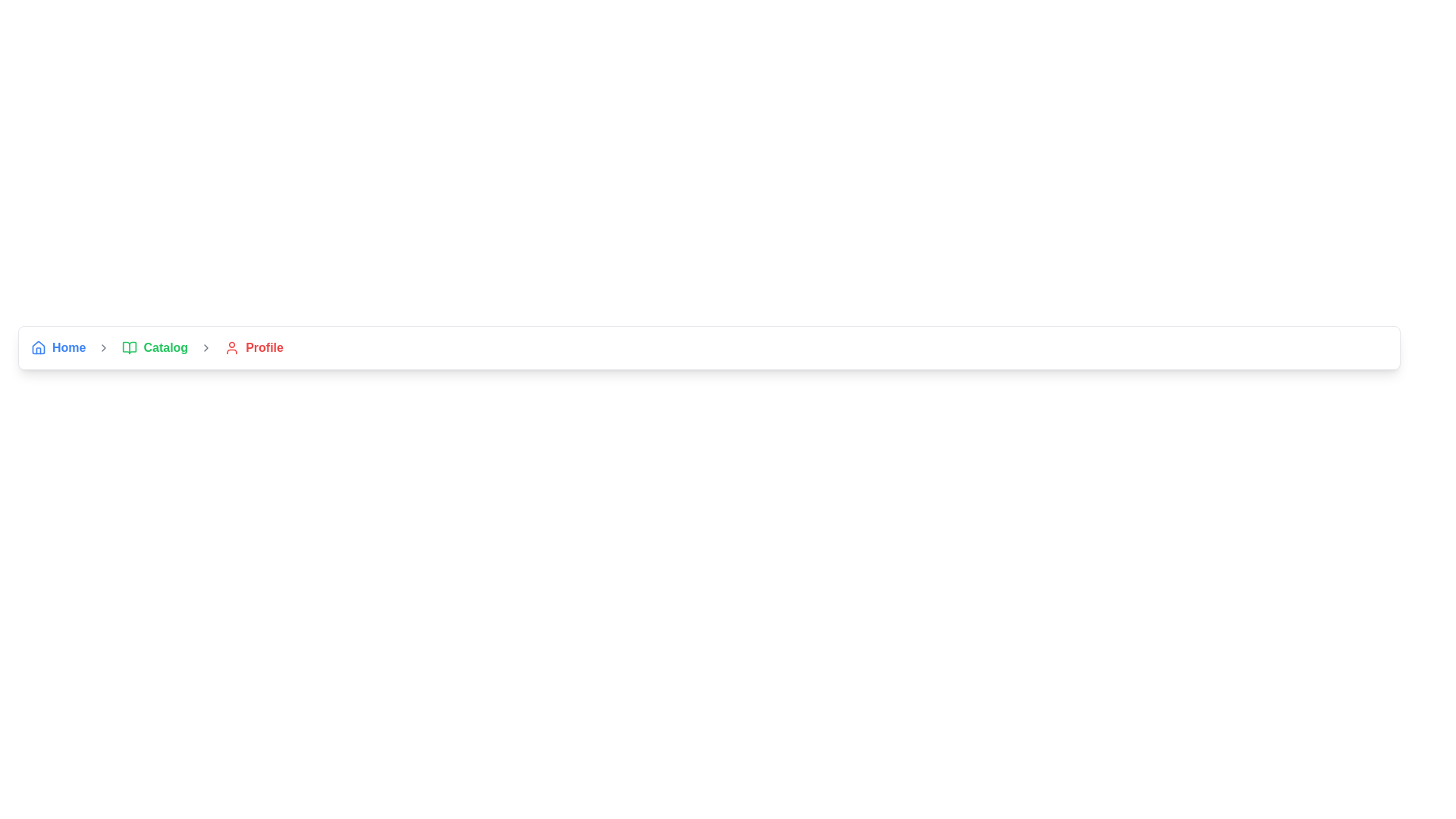 Image resolution: width=1456 pixels, height=819 pixels. What do you see at coordinates (68, 348) in the screenshot?
I see `the 'Home' clickable link in the navigation bar to change its color to a darker blue` at bounding box center [68, 348].